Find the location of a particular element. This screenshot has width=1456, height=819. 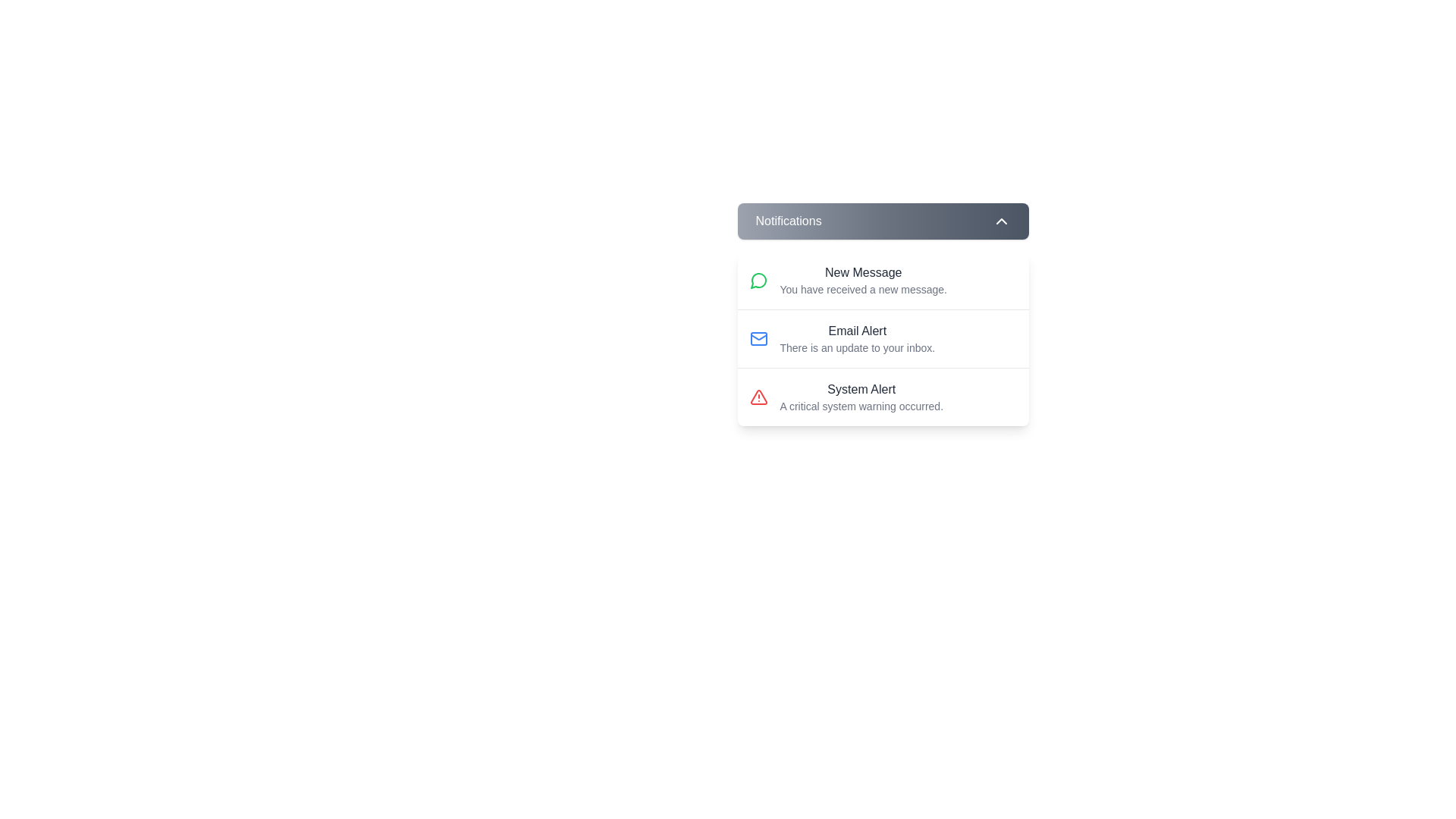

the first notification item is located at coordinates (883, 281).